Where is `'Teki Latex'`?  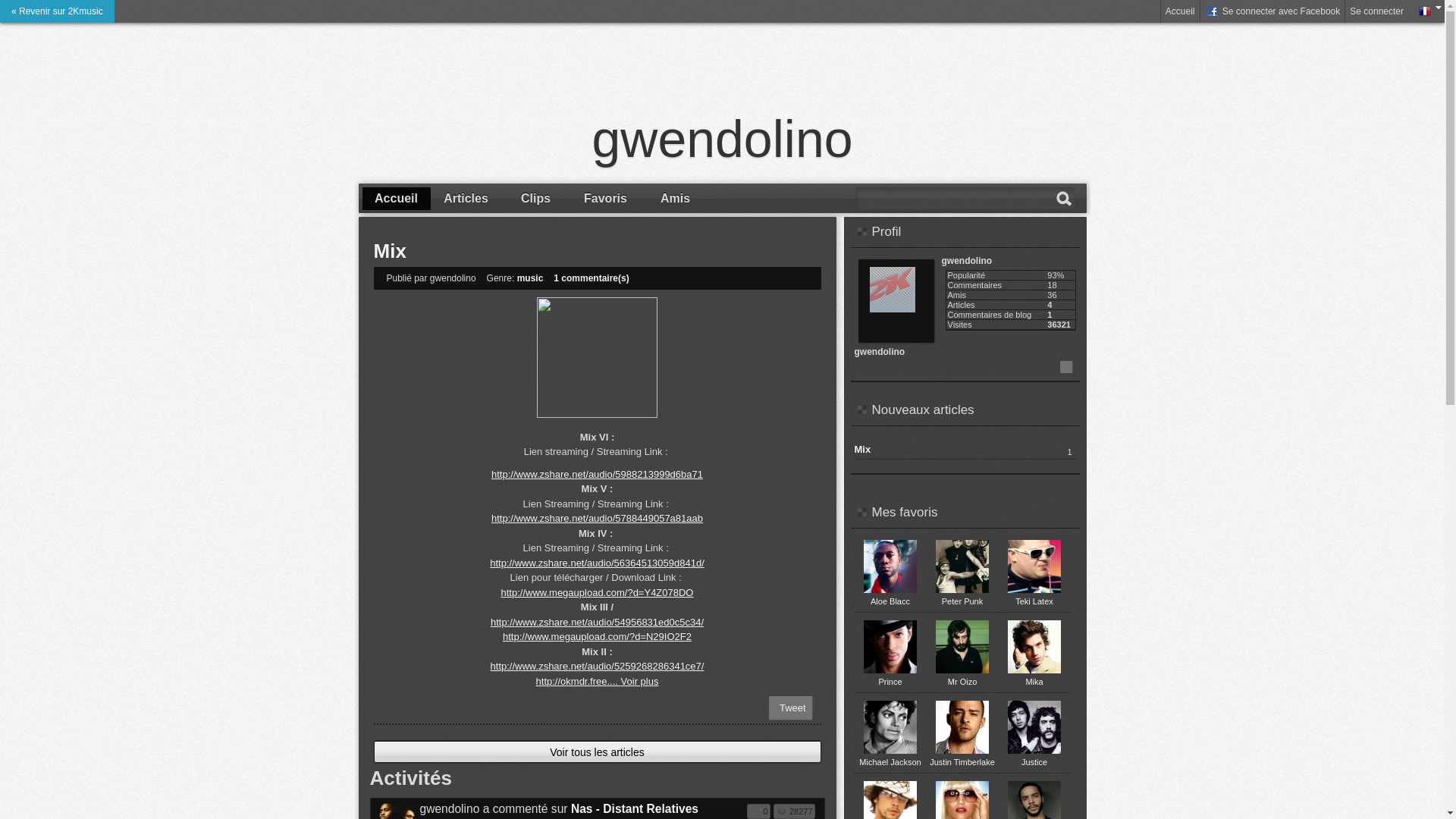 'Teki Latex' is located at coordinates (1033, 601).